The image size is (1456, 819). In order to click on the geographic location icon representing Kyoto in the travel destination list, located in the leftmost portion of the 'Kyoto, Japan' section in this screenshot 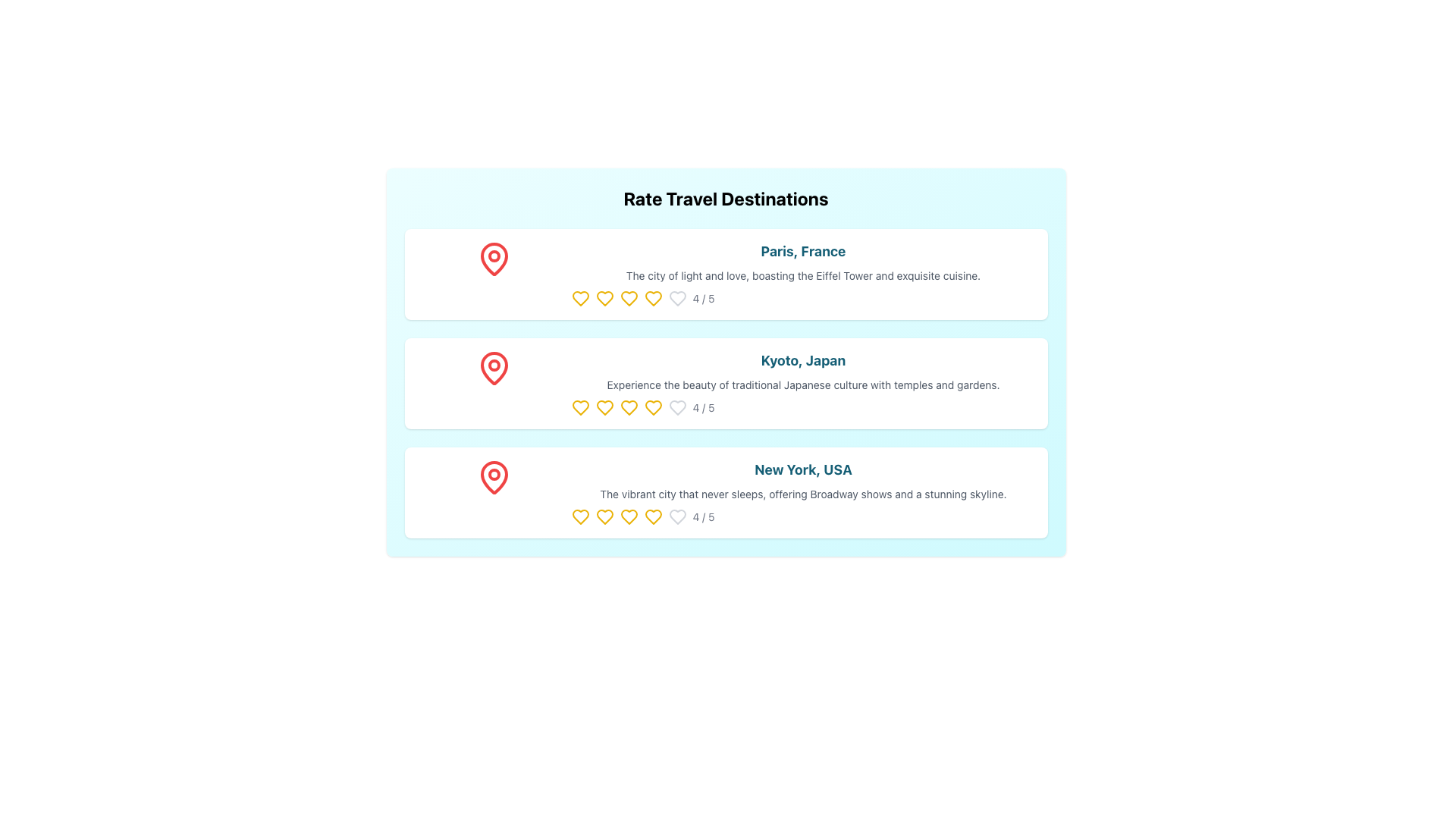, I will do `click(494, 382)`.